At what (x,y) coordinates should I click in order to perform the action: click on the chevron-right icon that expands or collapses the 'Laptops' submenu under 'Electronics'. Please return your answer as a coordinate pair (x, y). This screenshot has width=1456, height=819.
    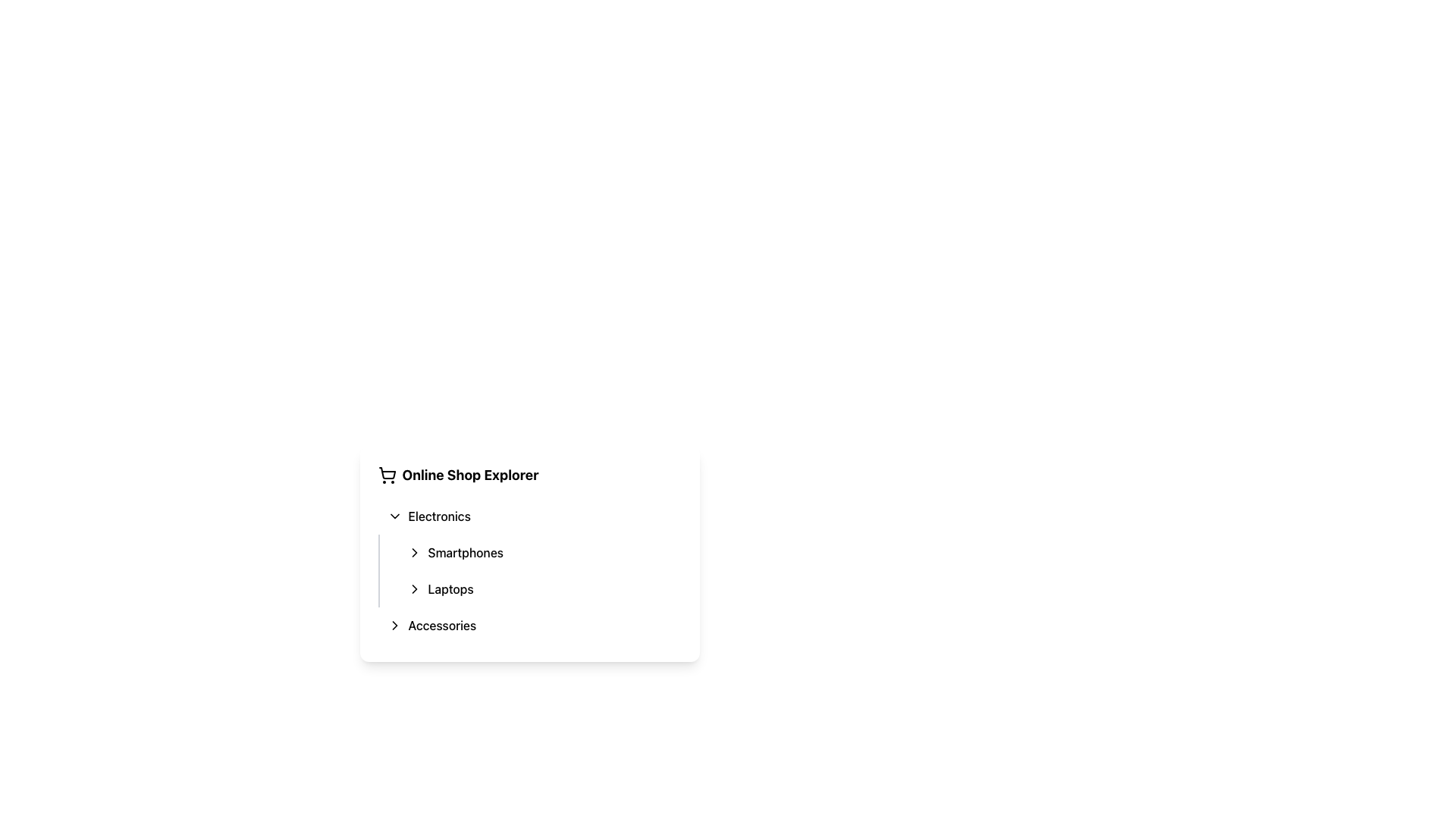
    Looking at the image, I should click on (414, 588).